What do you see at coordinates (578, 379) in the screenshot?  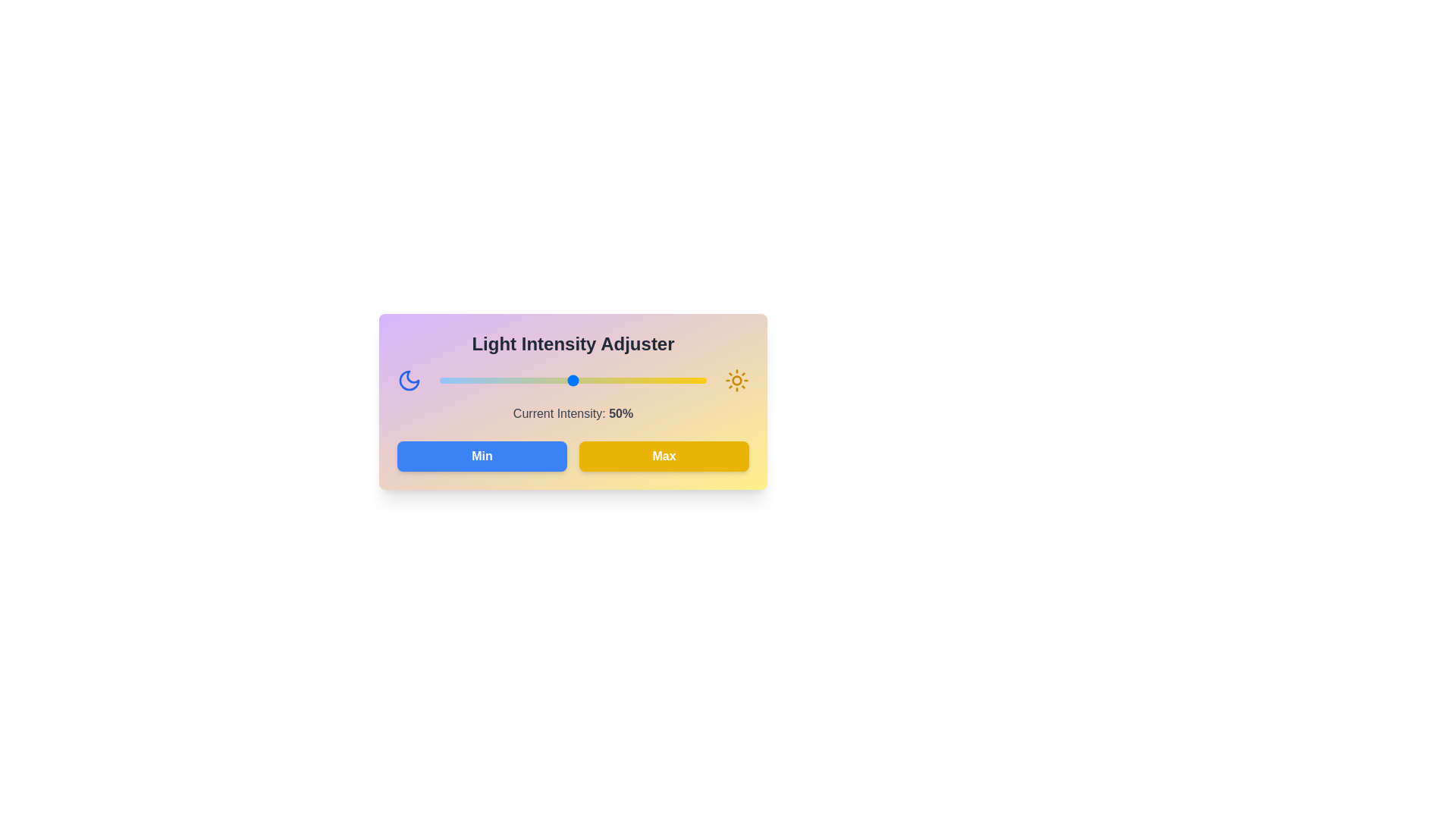 I see `the light intensity to 52% using the slider` at bounding box center [578, 379].